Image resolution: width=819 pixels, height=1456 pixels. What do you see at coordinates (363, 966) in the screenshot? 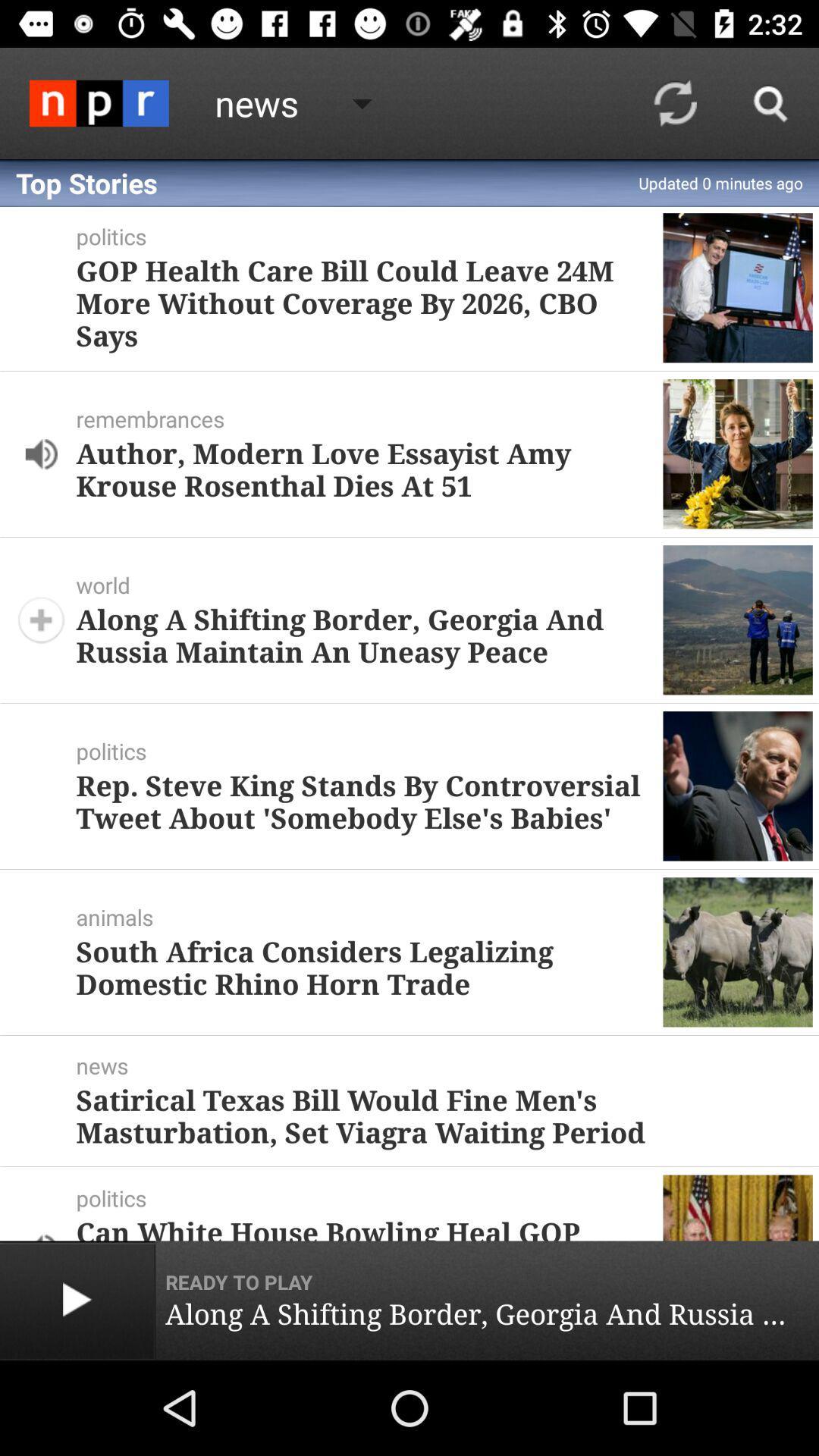
I see `the south africa considers` at bounding box center [363, 966].